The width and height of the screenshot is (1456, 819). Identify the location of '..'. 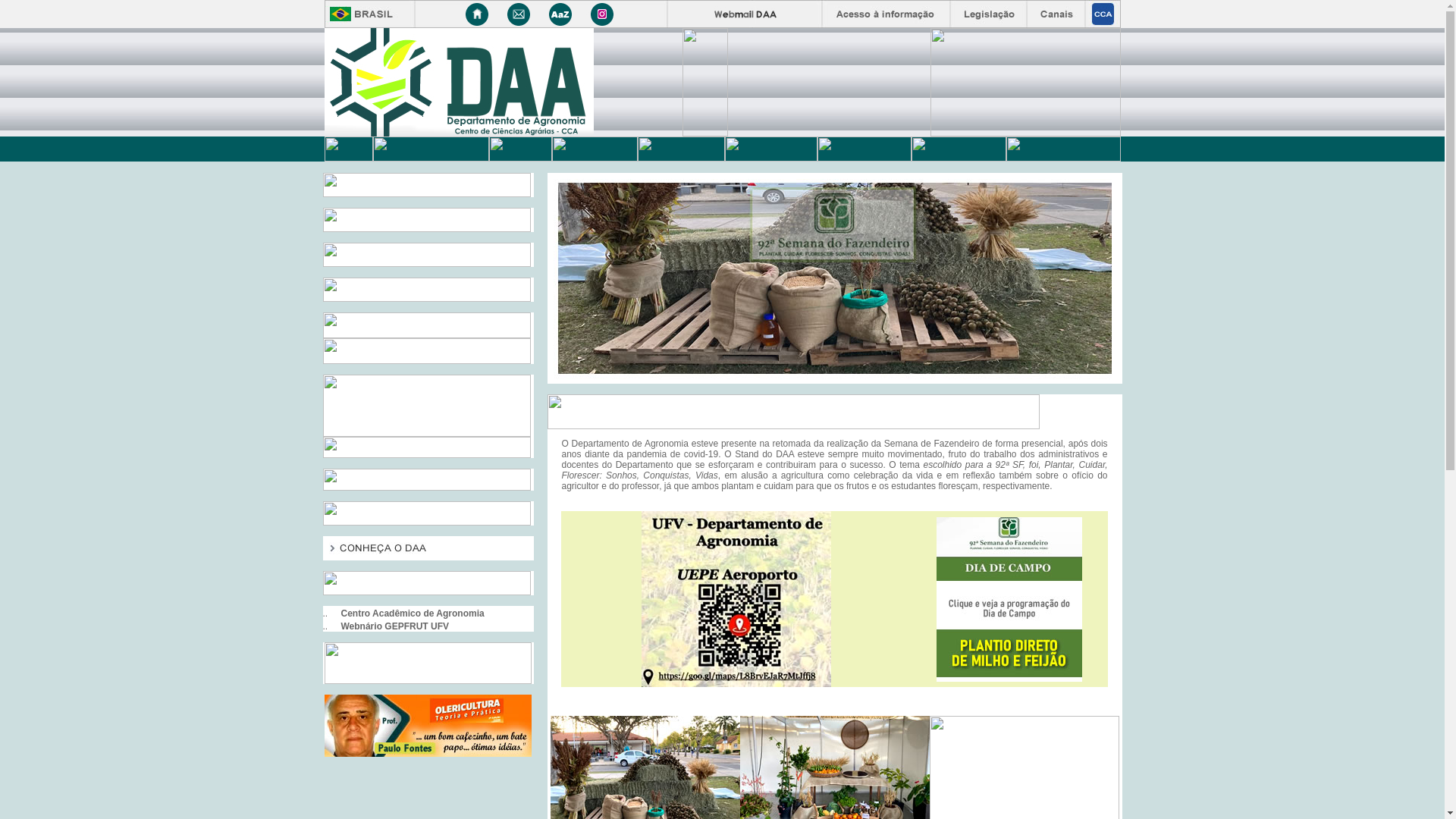
(325, 613).